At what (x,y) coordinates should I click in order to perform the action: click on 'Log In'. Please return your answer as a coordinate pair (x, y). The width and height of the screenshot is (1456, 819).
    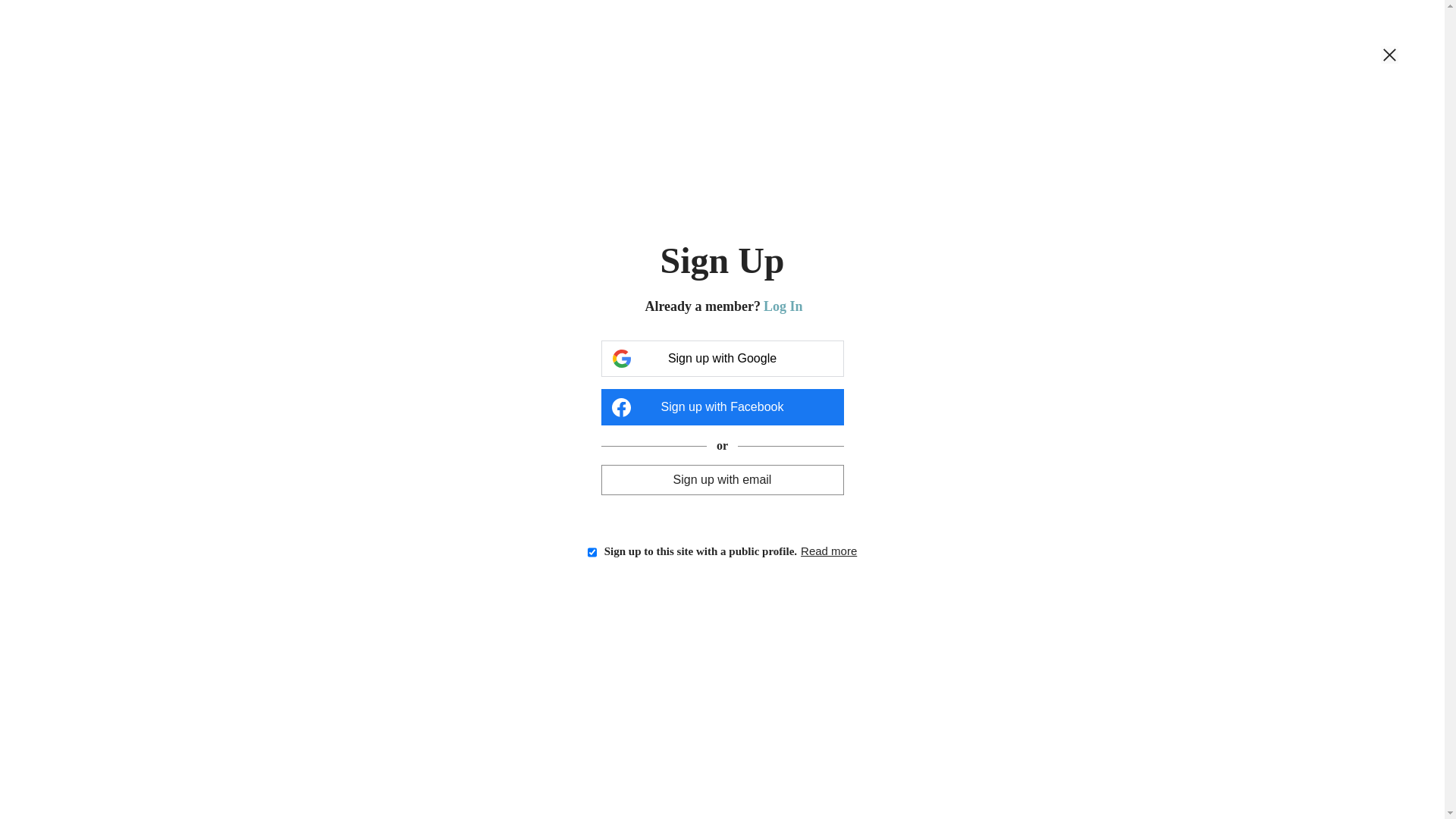
    Looking at the image, I should click on (783, 306).